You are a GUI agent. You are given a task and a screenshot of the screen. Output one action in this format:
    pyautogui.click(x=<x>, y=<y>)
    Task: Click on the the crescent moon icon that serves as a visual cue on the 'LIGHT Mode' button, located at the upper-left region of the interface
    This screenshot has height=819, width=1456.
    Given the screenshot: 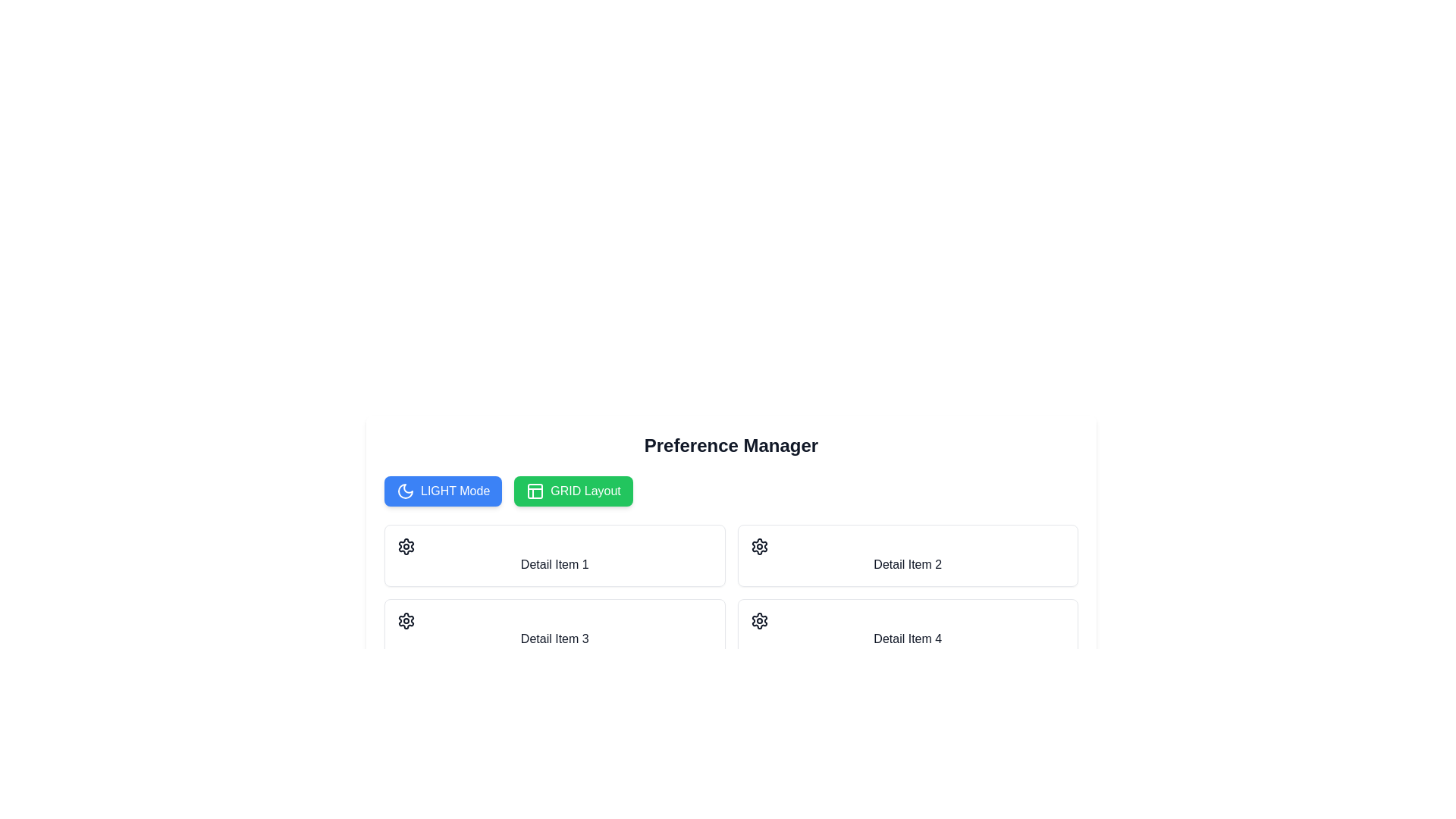 What is the action you would take?
    pyautogui.click(x=405, y=491)
    